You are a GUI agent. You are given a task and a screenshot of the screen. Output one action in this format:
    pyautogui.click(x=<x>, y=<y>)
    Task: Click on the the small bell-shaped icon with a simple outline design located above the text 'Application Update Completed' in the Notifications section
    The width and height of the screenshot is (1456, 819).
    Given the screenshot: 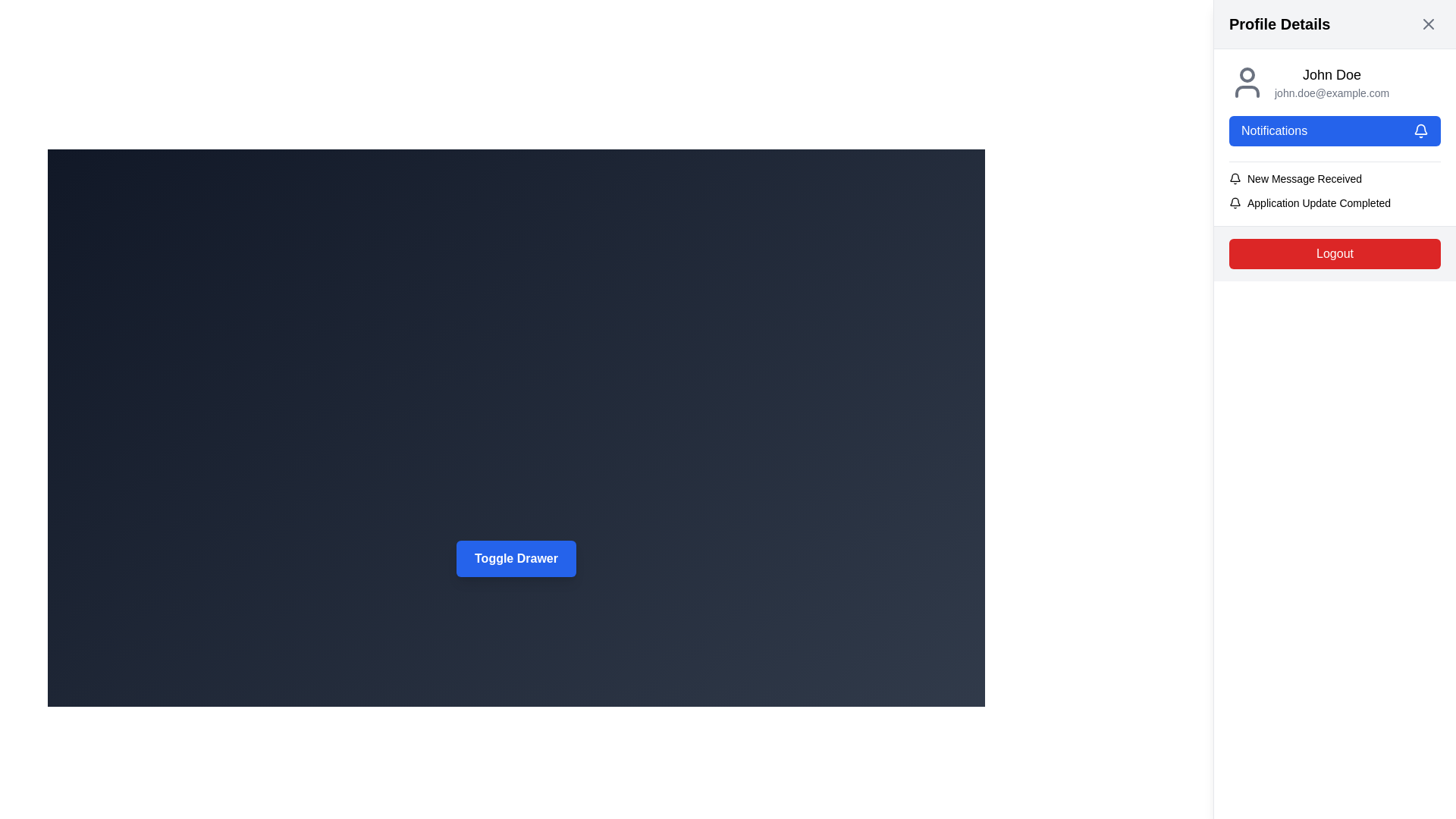 What is the action you would take?
    pyautogui.click(x=1235, y=202)
    